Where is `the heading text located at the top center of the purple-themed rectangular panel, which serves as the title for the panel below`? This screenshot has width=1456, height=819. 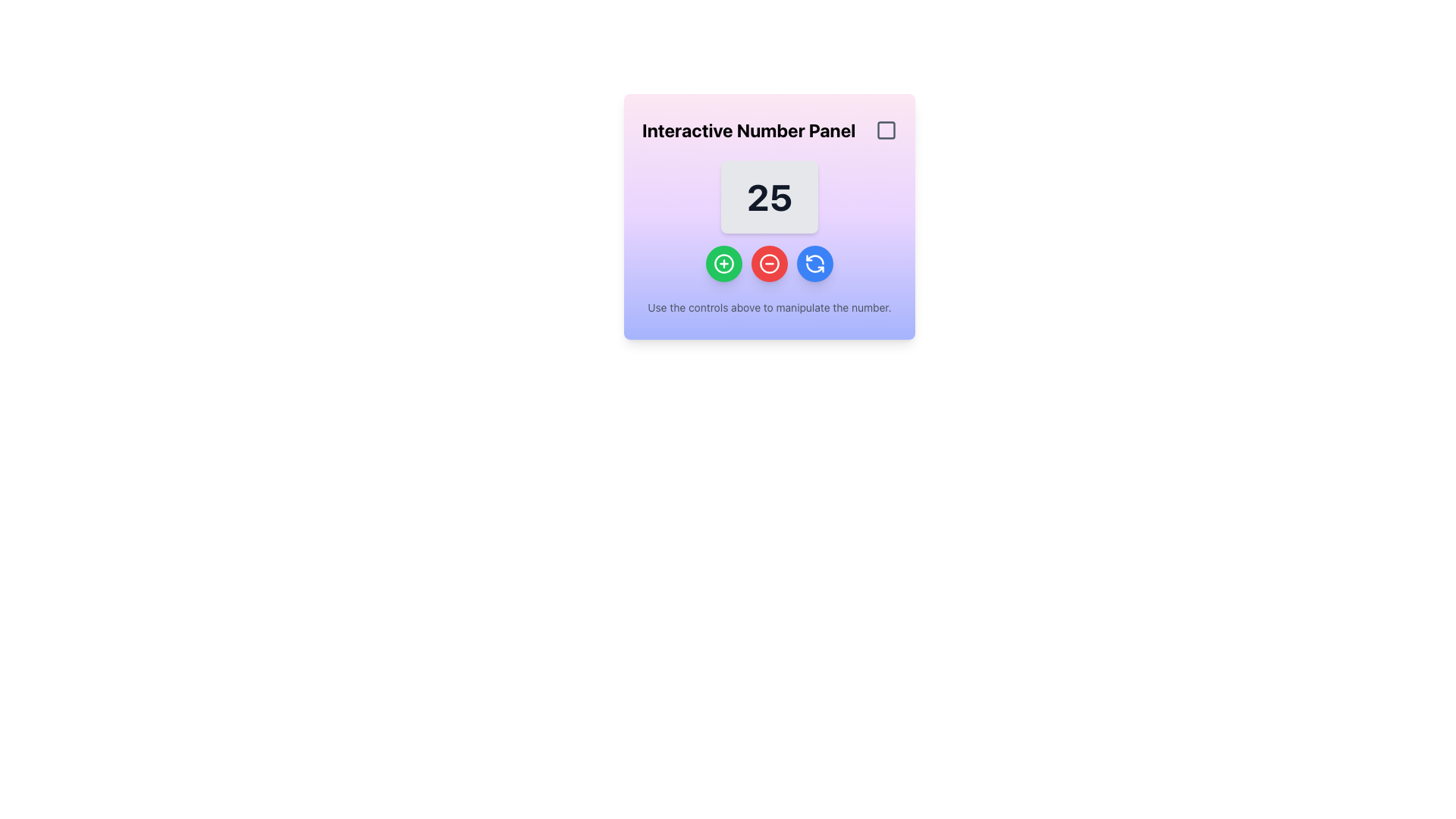
the heading text located at the top center of the purple-themed rectangular panel, which serves as the title for the panel below is located at coordinates (748, 130).